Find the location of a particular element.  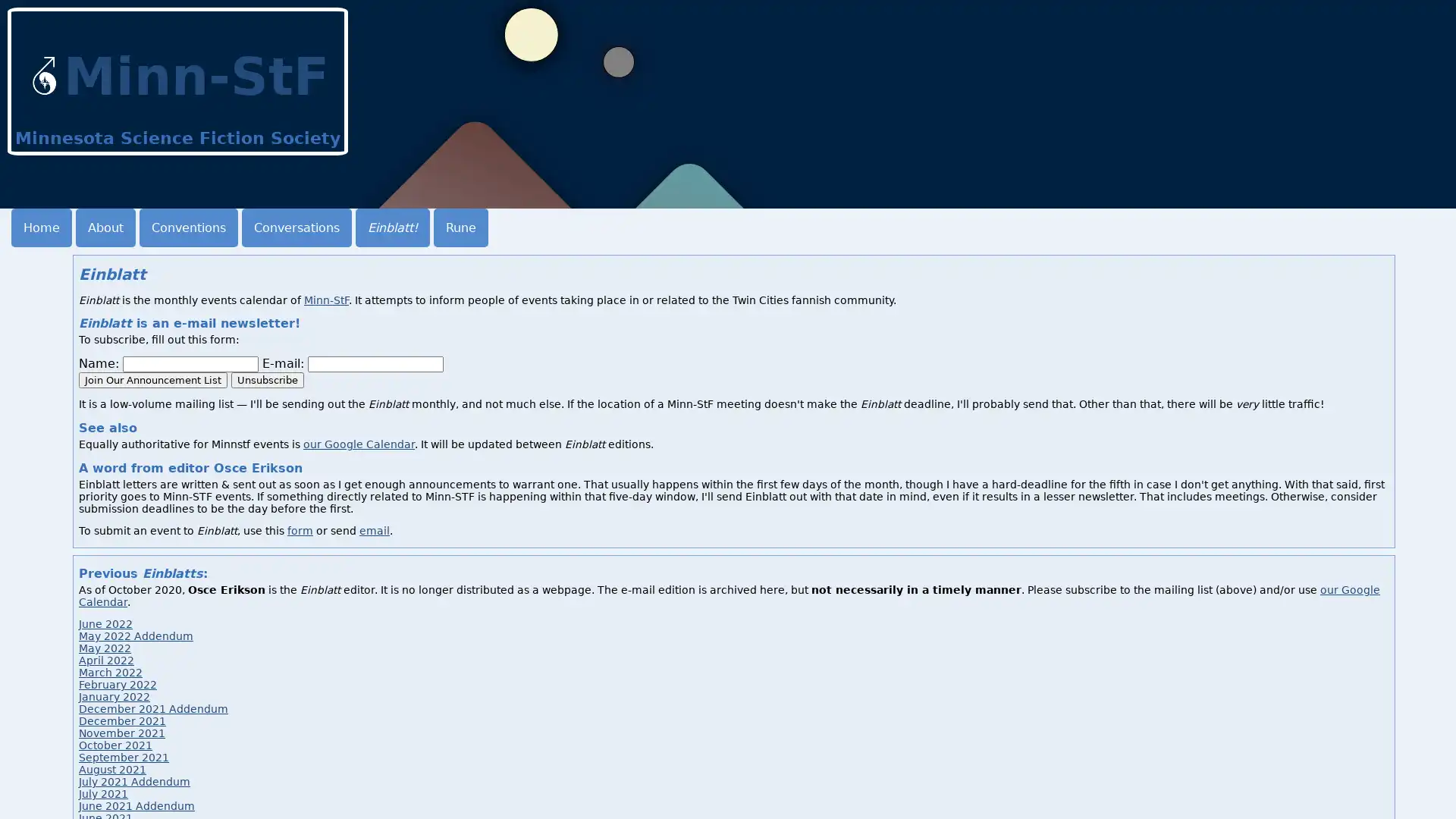

Rune is located at coordinates (460, 227).